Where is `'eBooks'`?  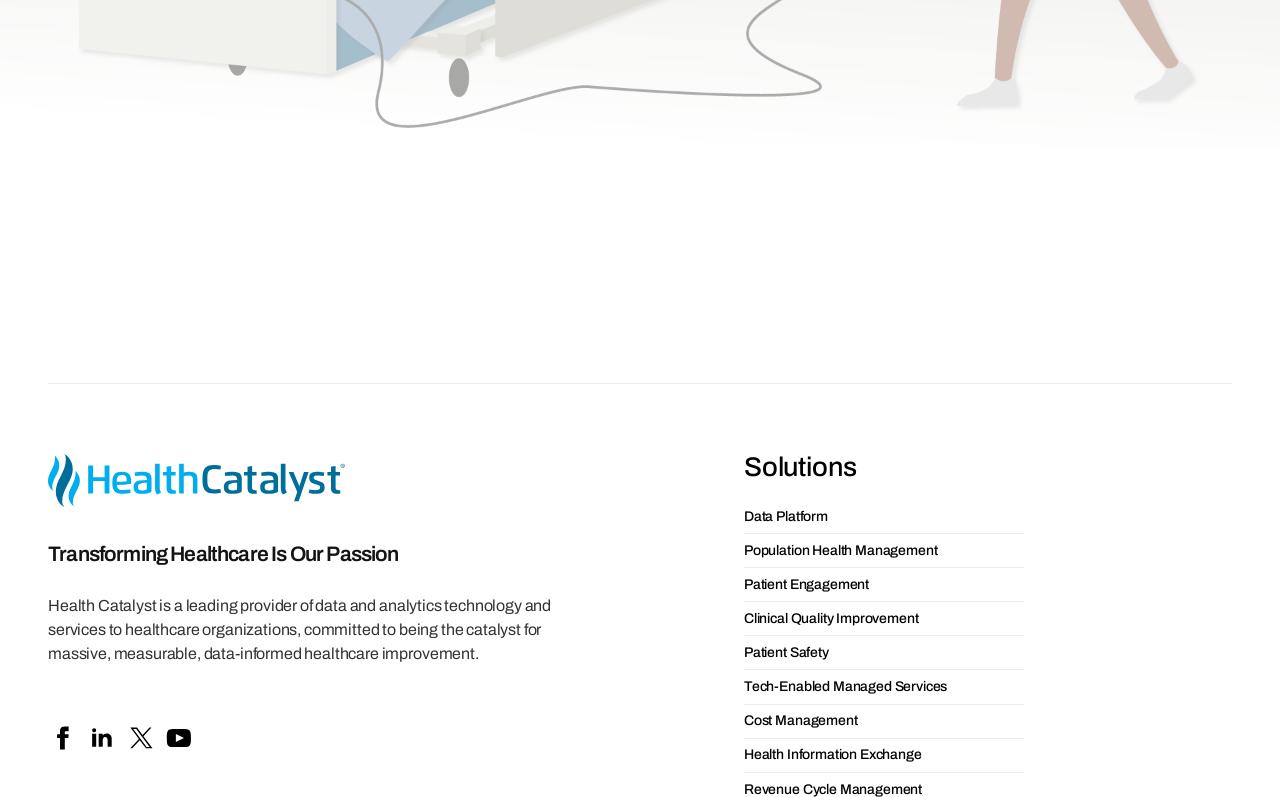
'eBooks' is located at coordinates (190, 753).